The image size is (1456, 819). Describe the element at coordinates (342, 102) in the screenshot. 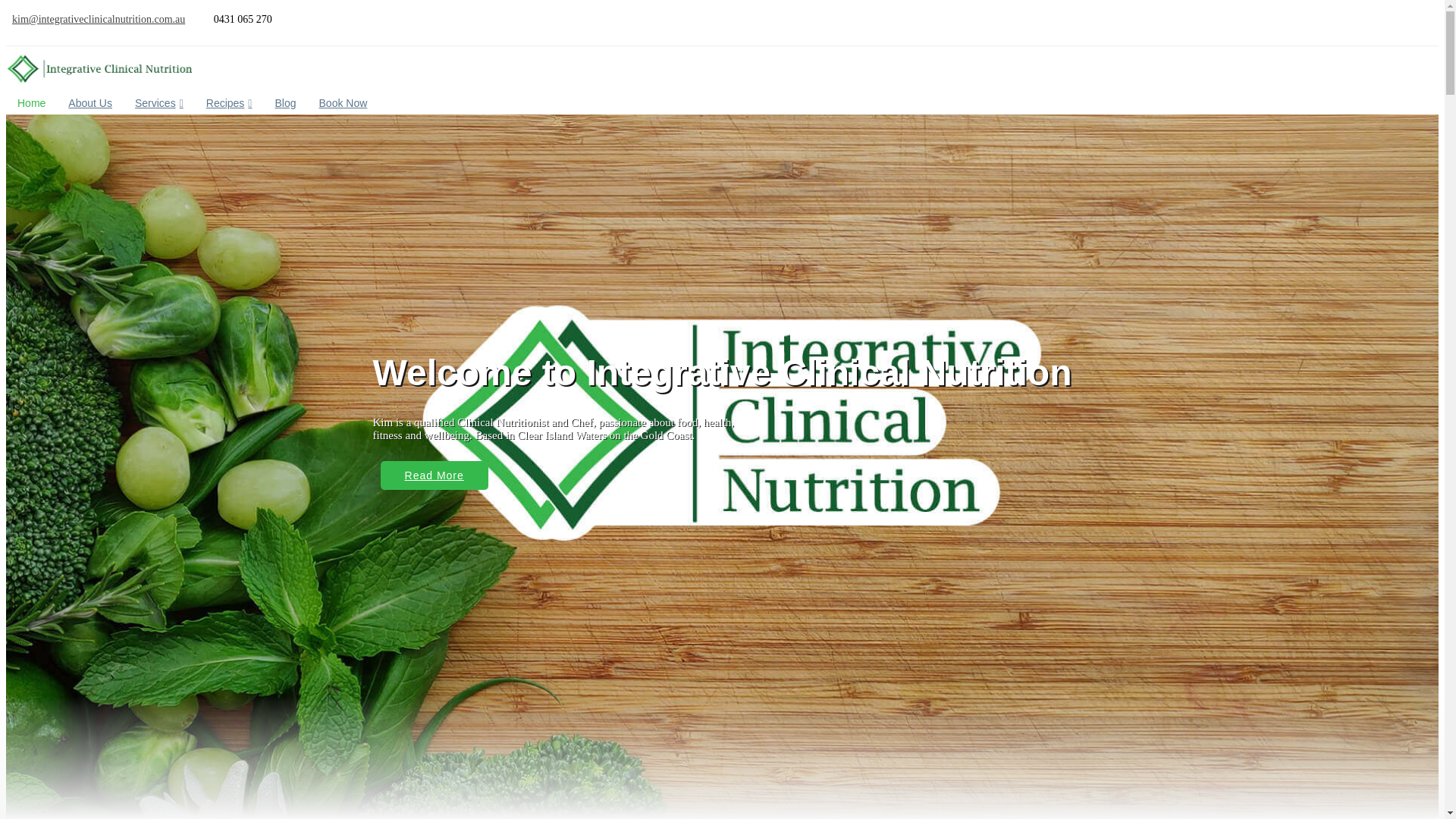

I see `'Book Now'` at that location.